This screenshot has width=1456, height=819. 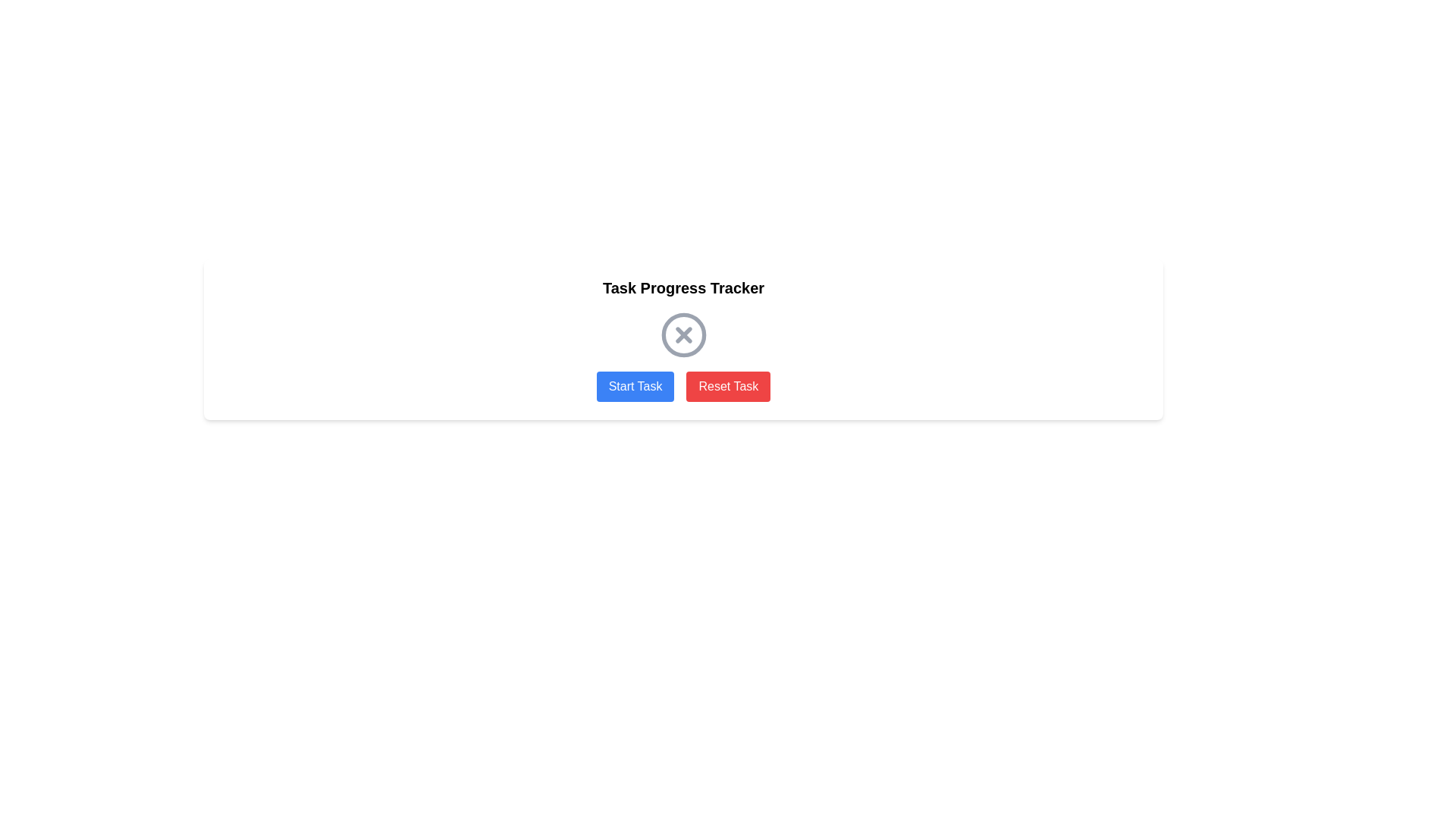 I want to click on the 'Start Task' button, which is a rectangular button with white text on a blue background, positioned to the left of the 'Reset Task' button, so click(x=635, y=385).